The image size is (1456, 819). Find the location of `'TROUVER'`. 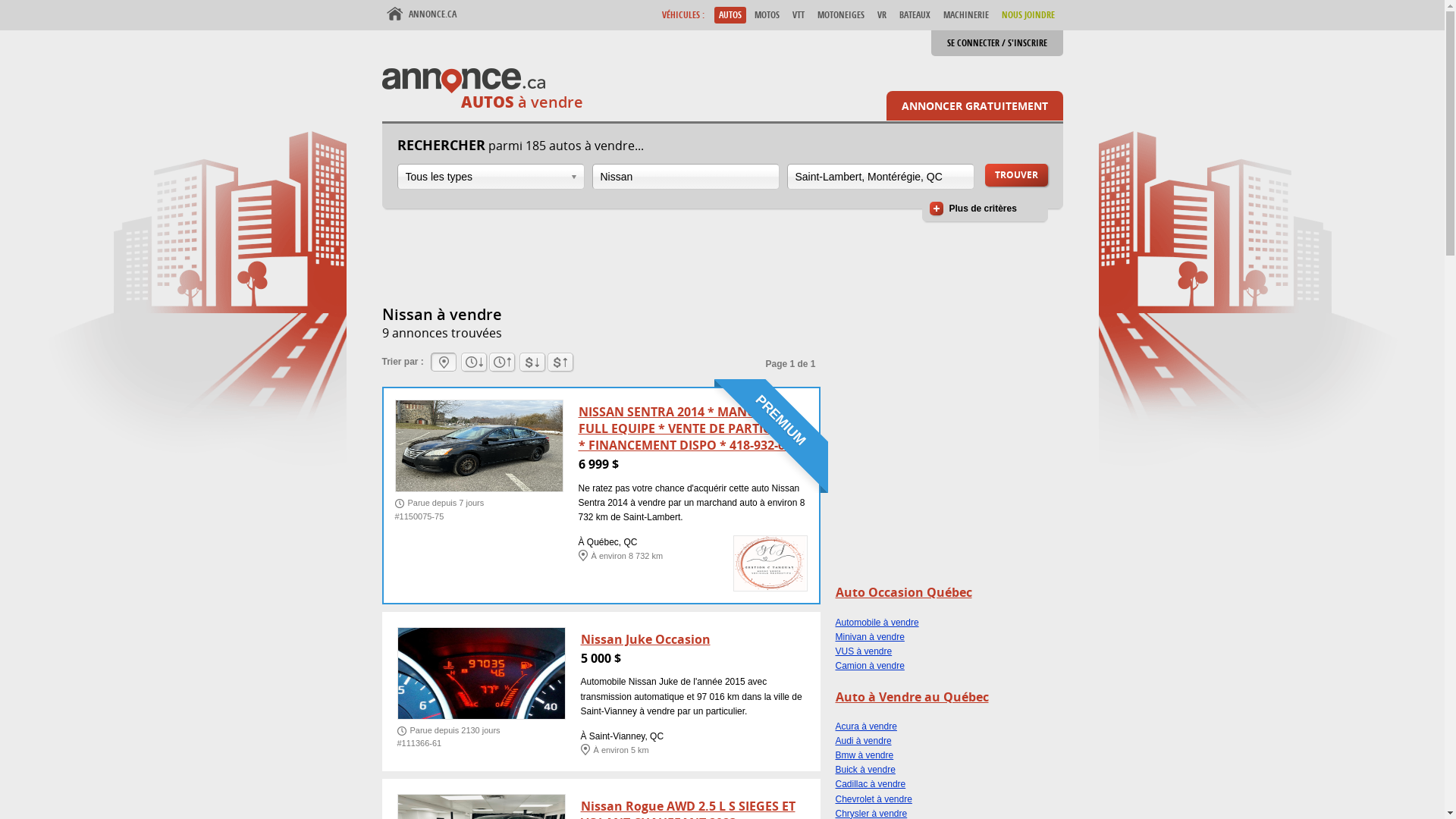

'TROUVER' is located at coordinates (1015, 174).